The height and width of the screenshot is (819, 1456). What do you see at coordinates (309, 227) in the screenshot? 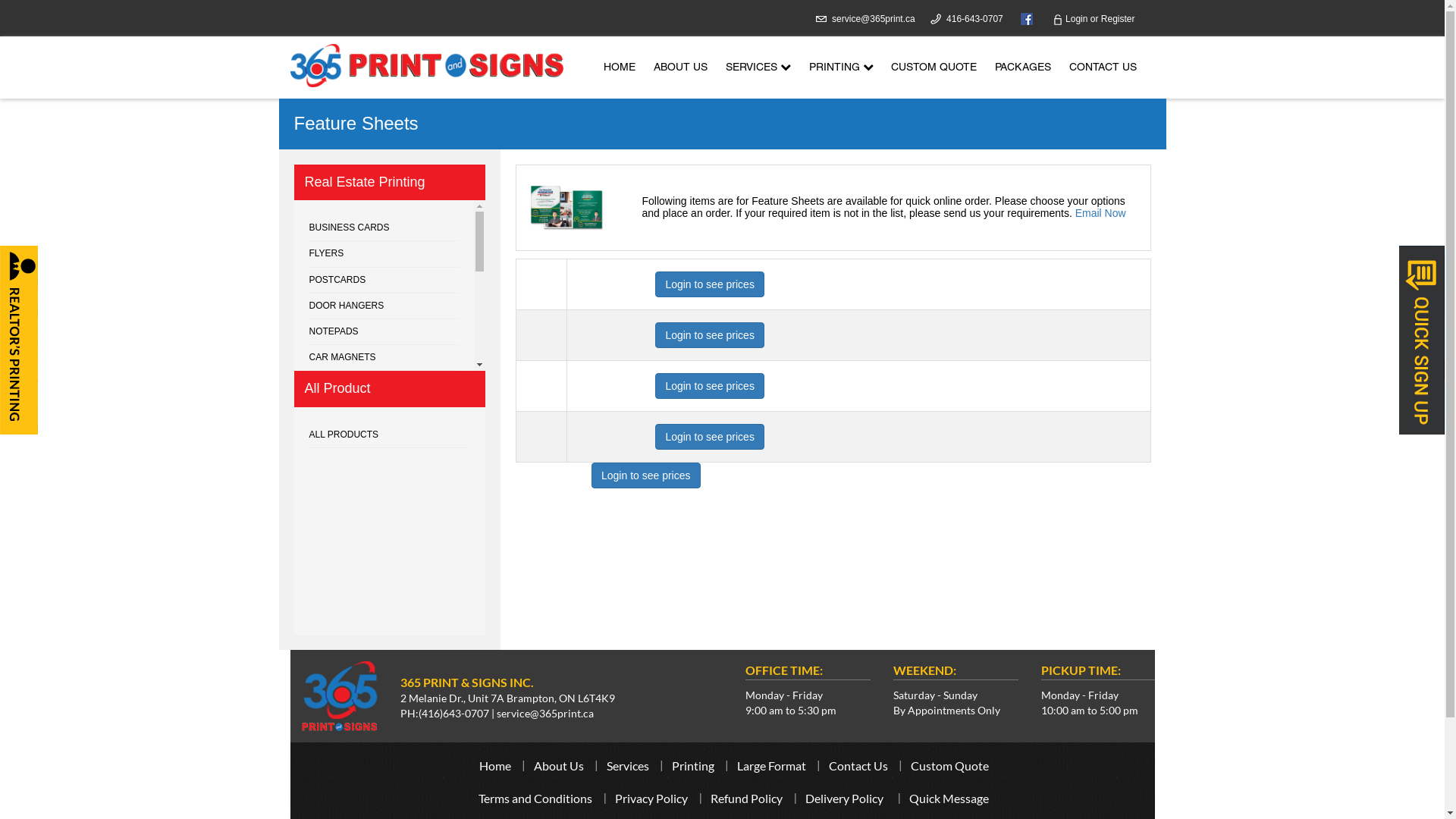
I see `'BUSINESS CARDS'` at bounding box center [309, 227].